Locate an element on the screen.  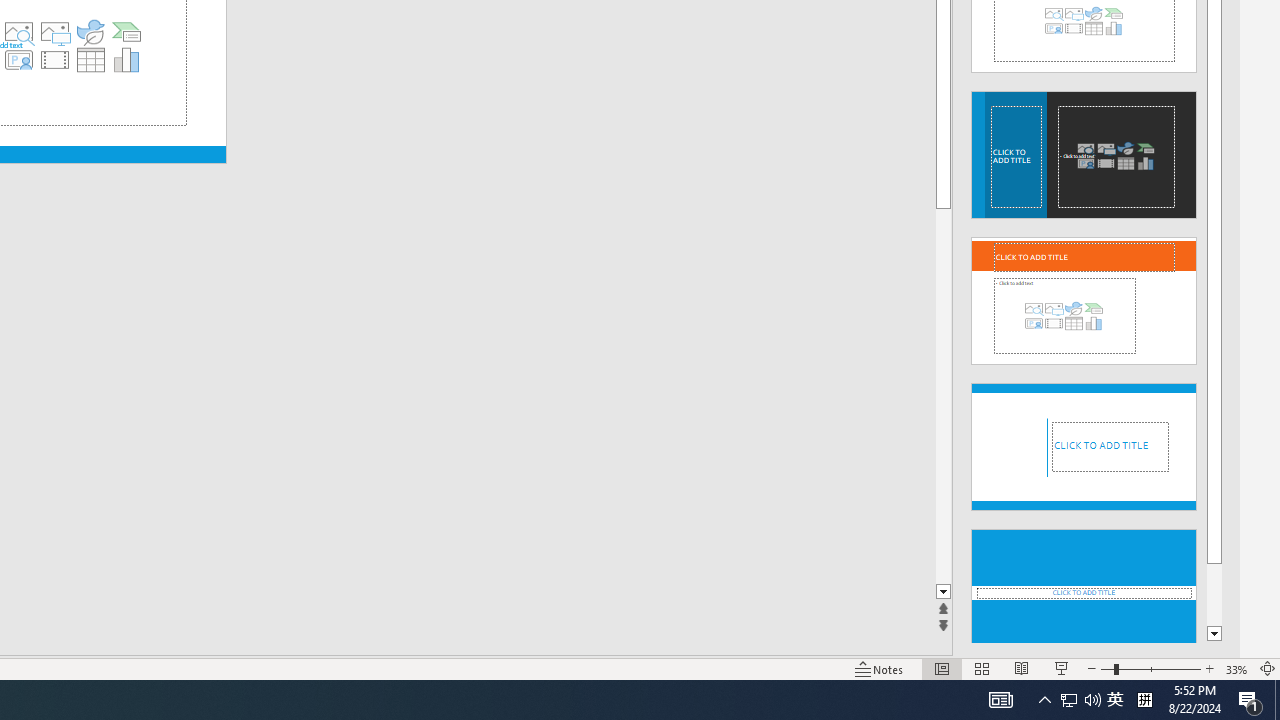
'Insert a SmartArt Graphic' is located at coordinates (126, 32).